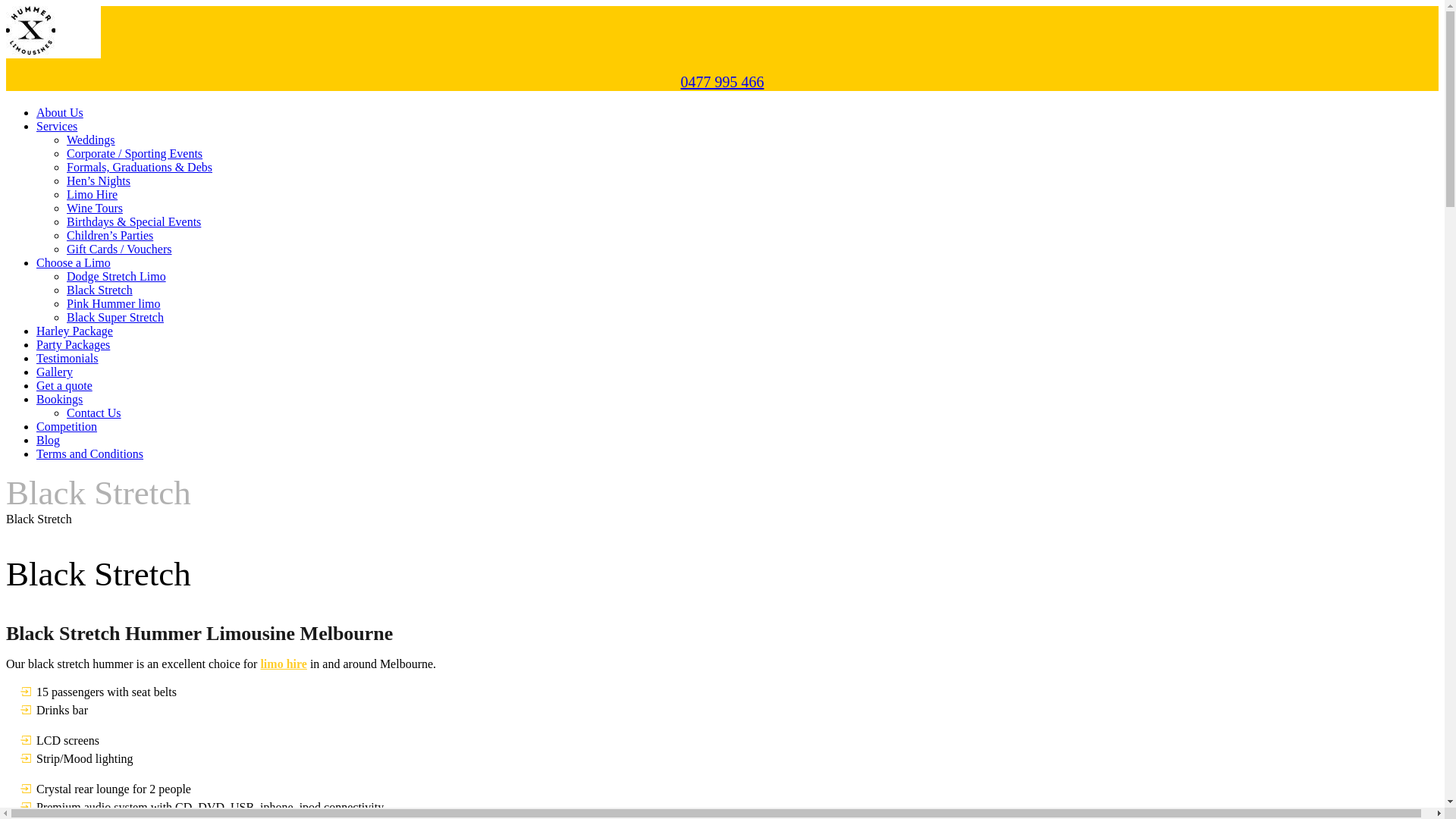 This screenshot has width=1456, height=819. What do you see at coordinates (115, 276) in the screenshot?
I see `'Dodge Stretch Limo'` at bounding box center [115, 276].